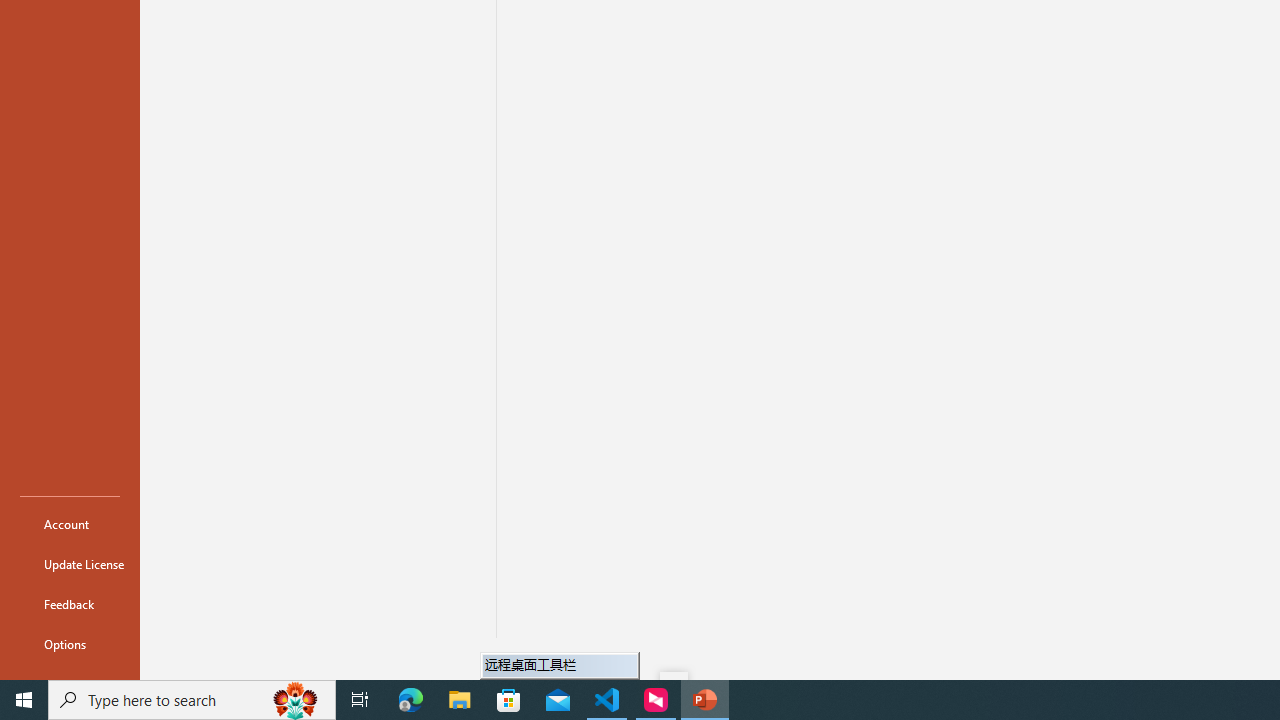 This screenshot has width=1280, height=720. What do you see at coordinates (69, 564) in the screenshot?
I see `'Update License'` at bounding box center [69, 564].